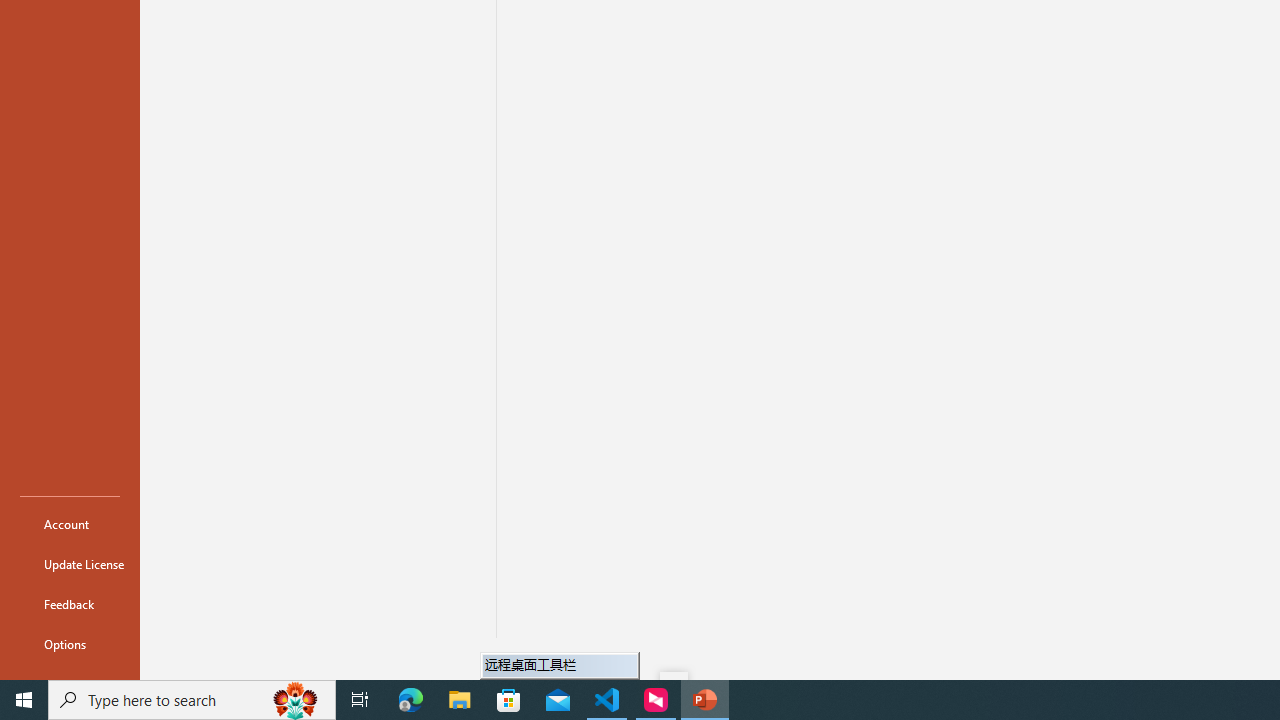 This screenshot has width=1280, height=720. What do you see at coordinates (69, 564) in the screenshot?
I see `'Update License'` at bounding box center [69, 564].